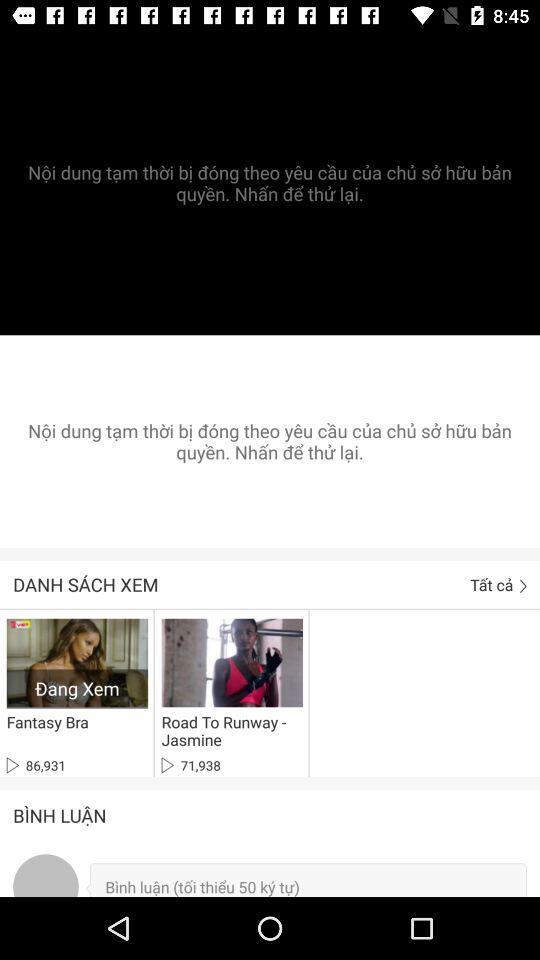 The height and width of the screenshot is (960, 540). Describe the element at coordinates (227, 730) in the screenshot. I see `the road to runway` at that location.